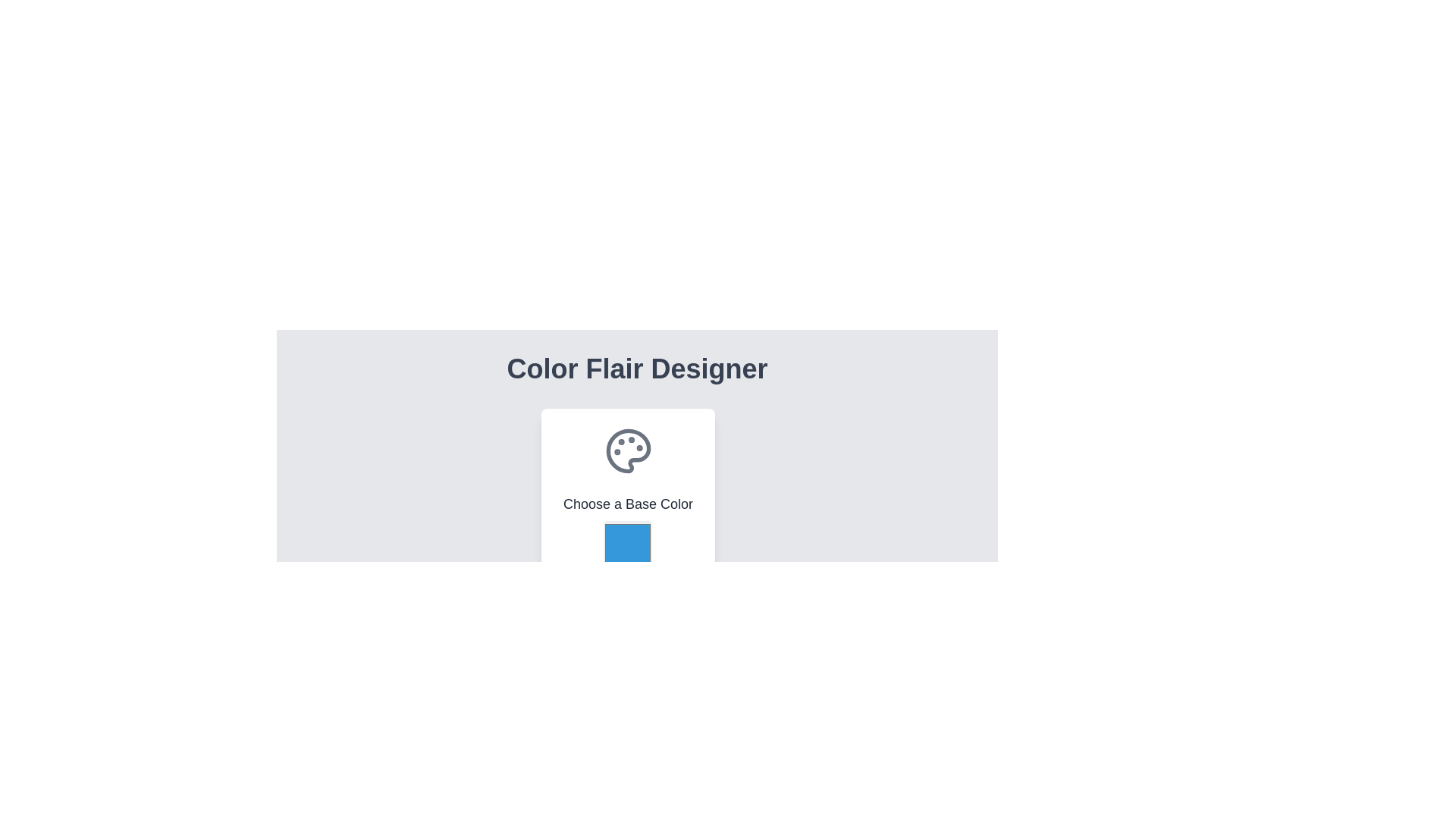  Describe the element at coordinates (628, 450) in the screenshot. I see `the palette icon, which is a circular silhouette with small color wells, located centrally at the top of the card component labeled 'Choose a Base Color'` at that location.